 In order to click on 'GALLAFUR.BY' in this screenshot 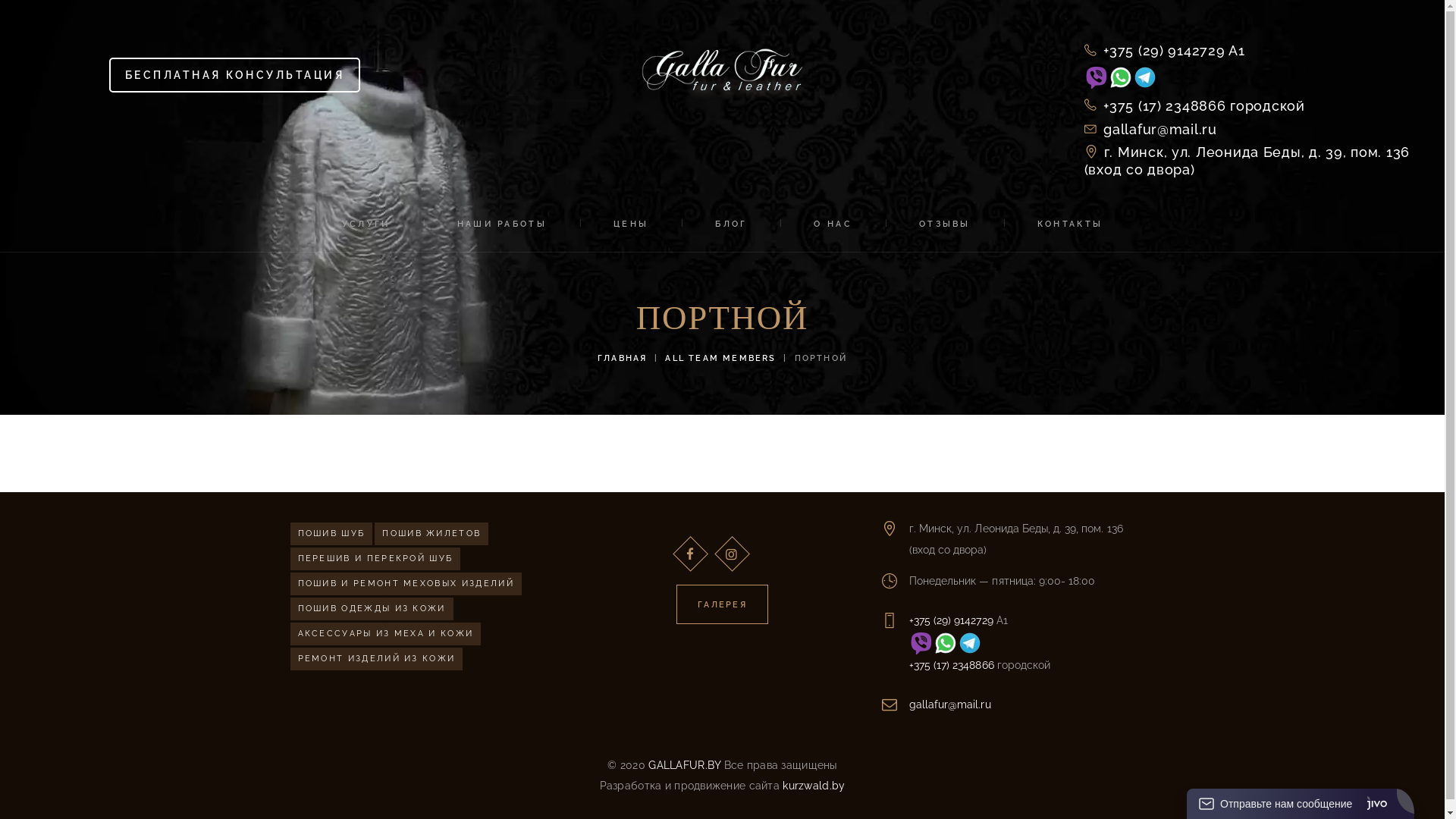, I will do `click(648, 765)`.